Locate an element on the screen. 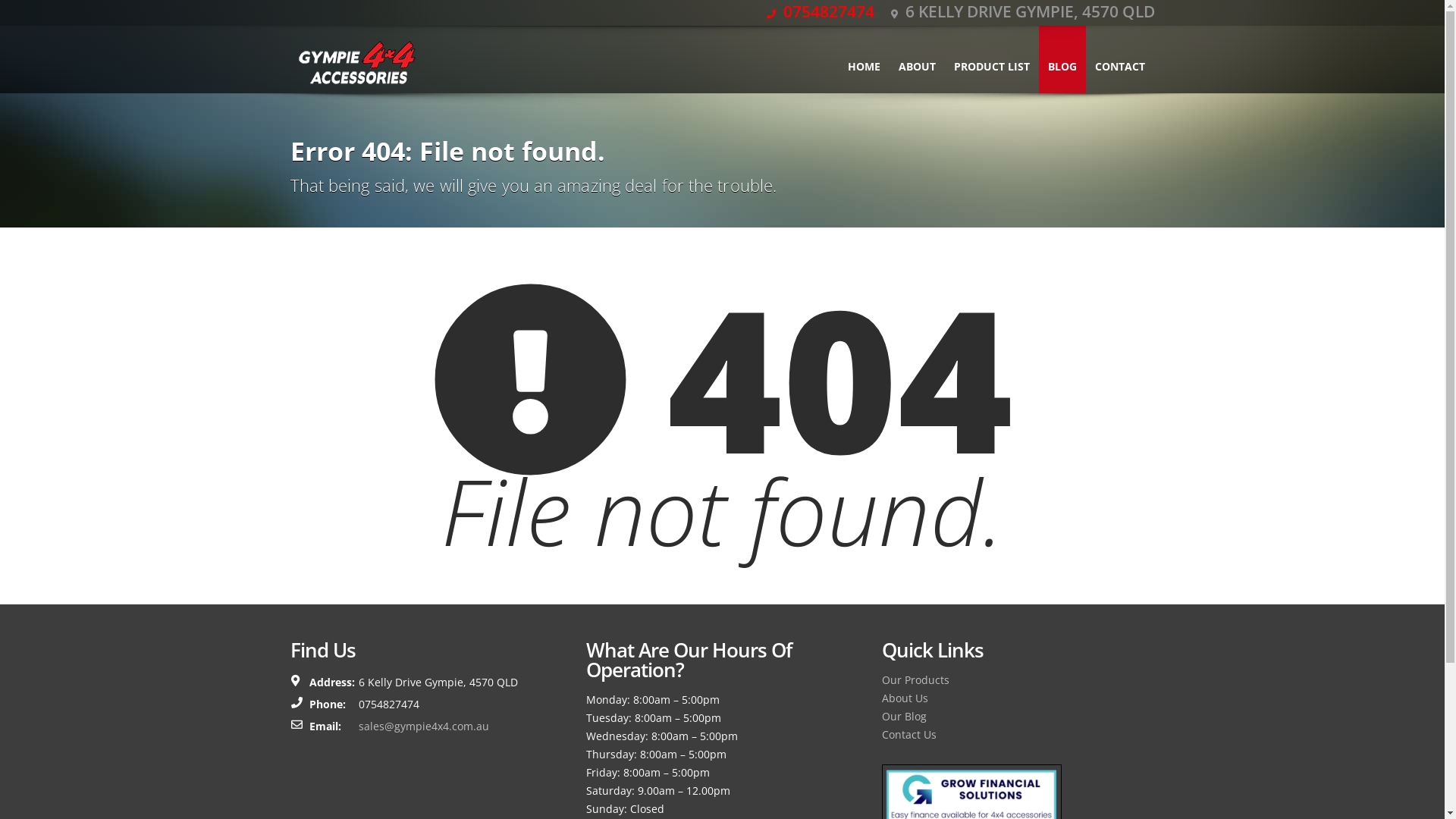 This screenshot has width=1456, height=819. 'Contact Us' is located at coordinates (908, 733).